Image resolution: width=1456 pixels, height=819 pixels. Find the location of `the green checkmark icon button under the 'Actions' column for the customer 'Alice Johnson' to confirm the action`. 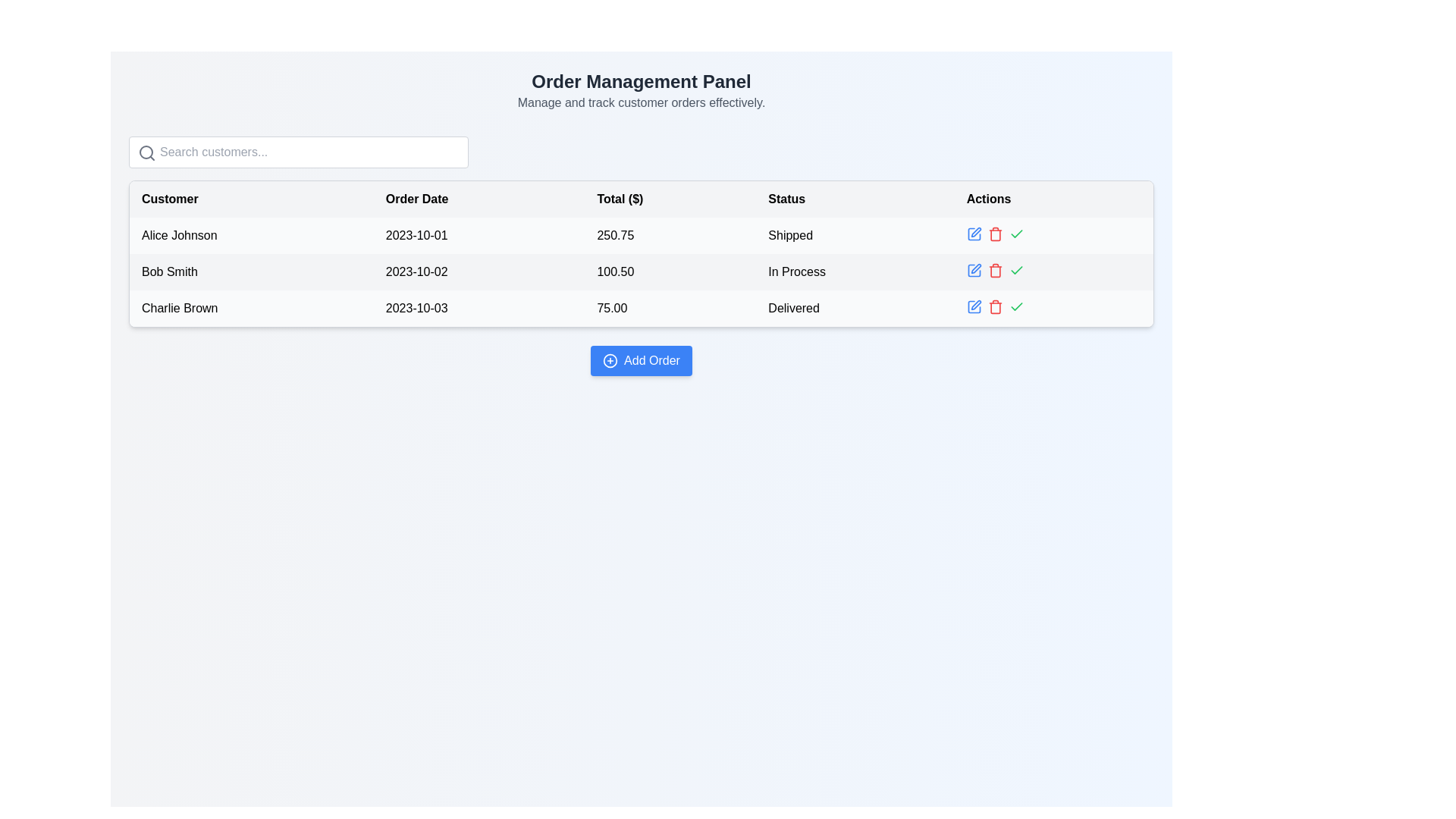

the green checkmark icon button under the 'Actions' column for the customer 'Alice Johnson' to confirm the action is located at coordinates (1016, 234).